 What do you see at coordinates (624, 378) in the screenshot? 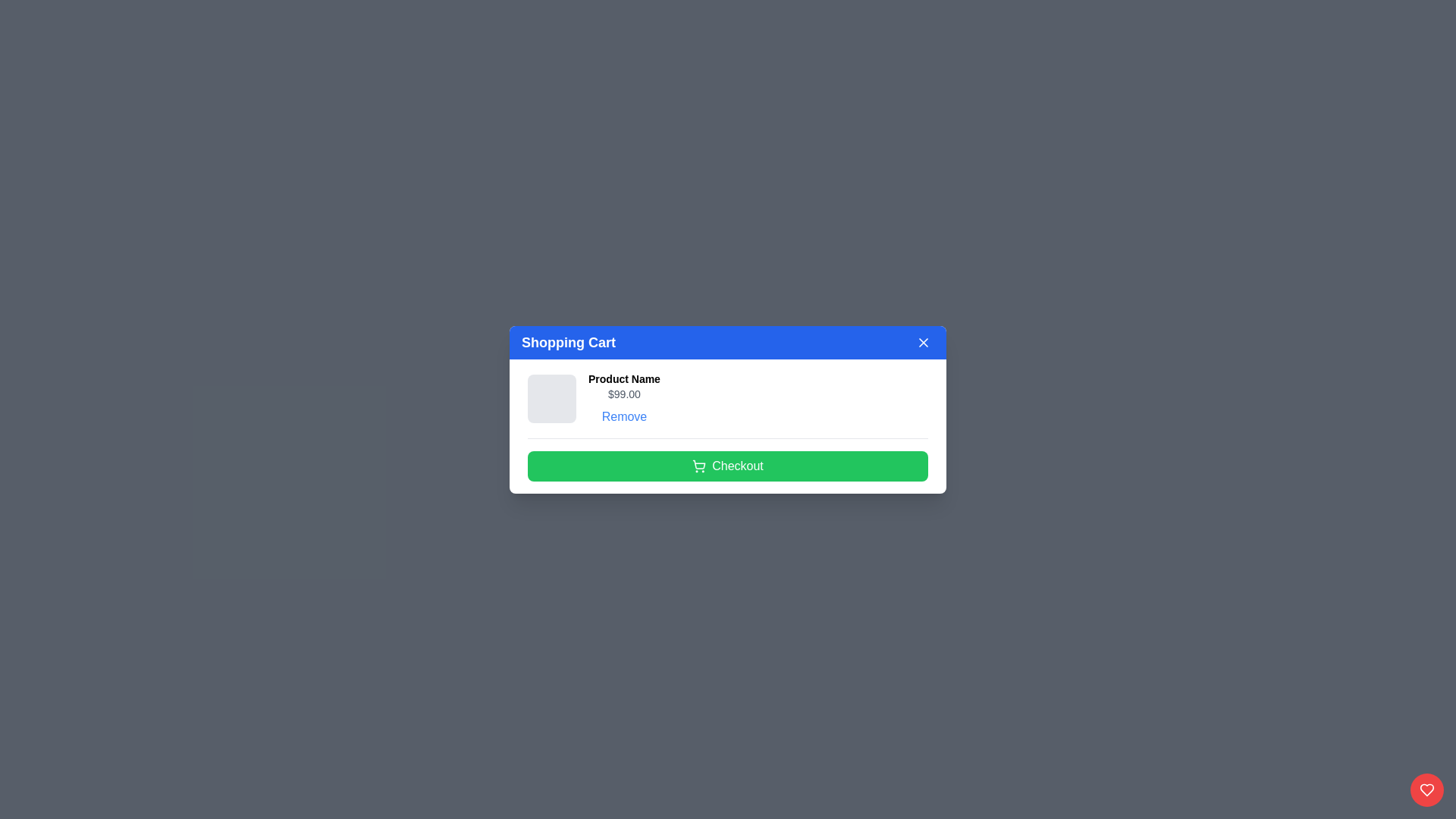
I see `the static text label displaying 'Product Name', which is prominently positioned above the price label in the shopping cart view` at bounding box center [624, 378].